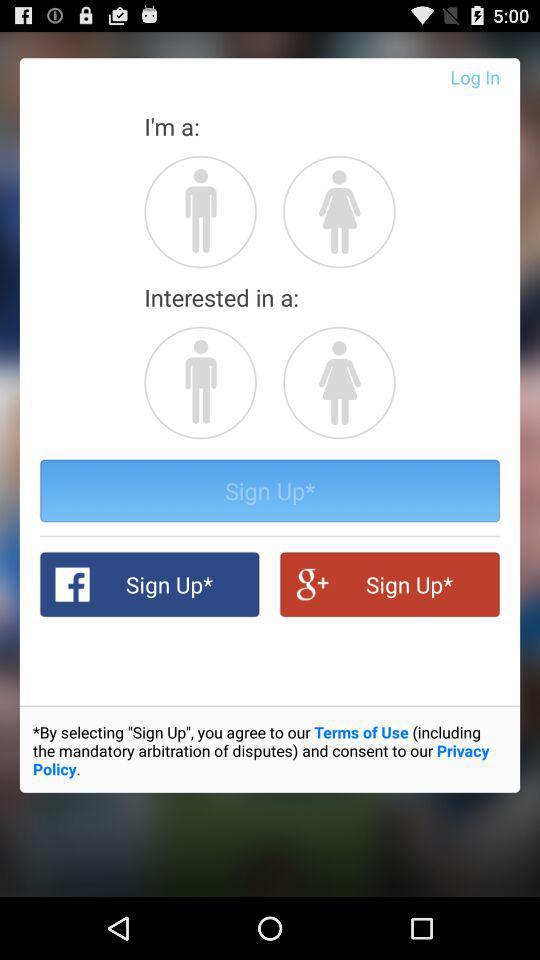 The width and height of the screenshot is (540, 960). What do you see at coordinates (200, 381) in the screenshot?
I see `first icon below interested in a` at bounding box center [200, 381].